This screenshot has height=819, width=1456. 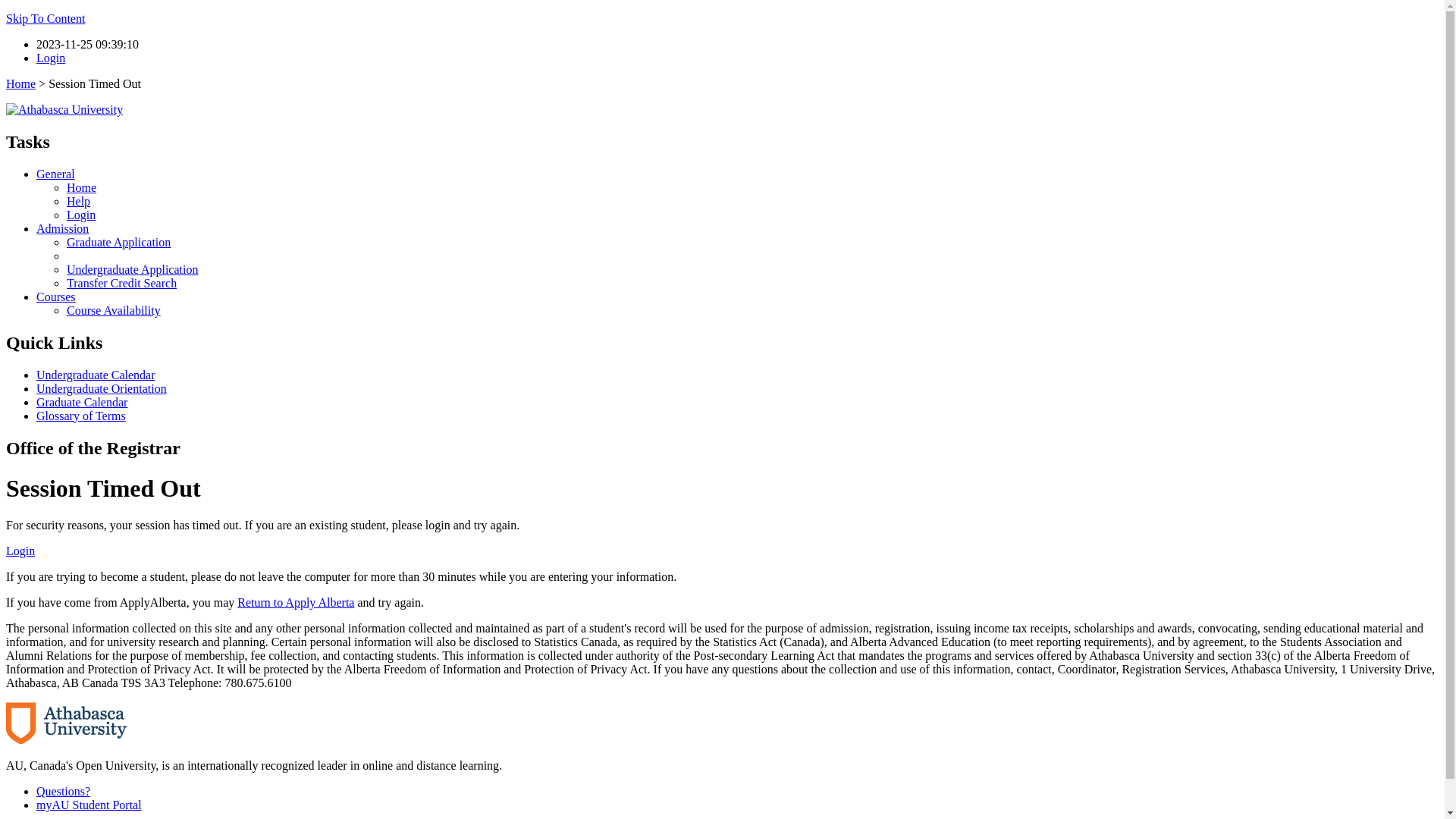 What do you see at coordinates (80, 416) in the screenshot?
I see `'Glossary of Terms'` at bounding box center [80, 416].